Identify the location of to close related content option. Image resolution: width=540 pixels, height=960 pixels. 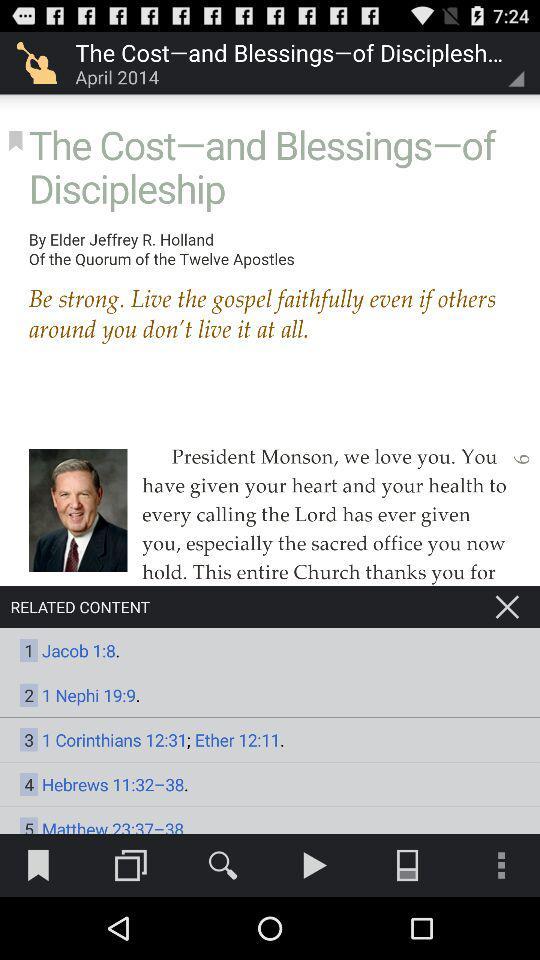
(507, 606).